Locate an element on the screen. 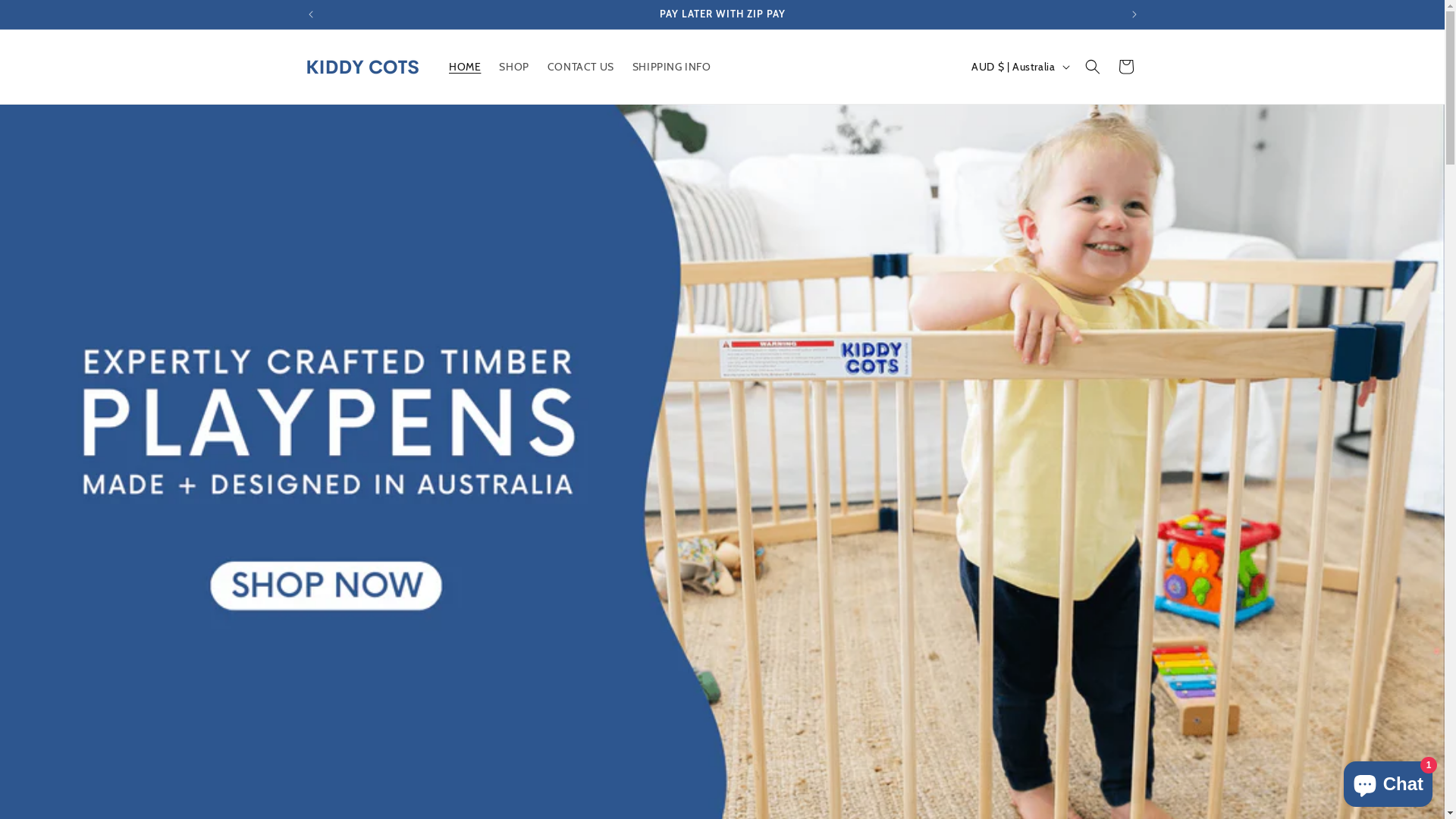 The image size is (1456, 819). 'Shopify online store chat' is located at coordinates (1388, 780).